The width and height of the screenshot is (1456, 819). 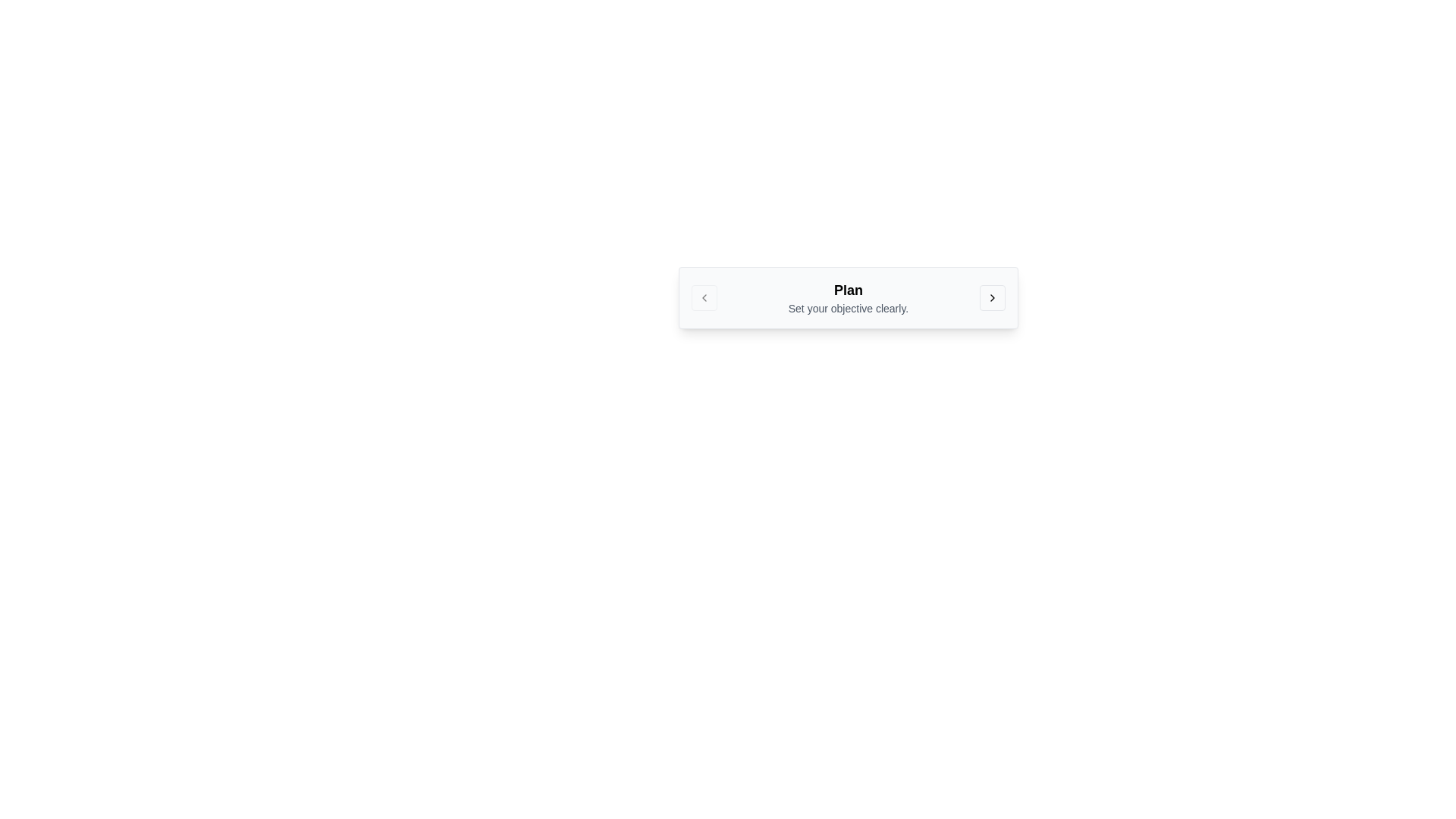 What do you see at coordinates (847, 298) in the screenshot?
I see `the Text Display element that shows the title 'Plan' and the description 'Set your objective clearly.'` at bounding box center [847, 298].